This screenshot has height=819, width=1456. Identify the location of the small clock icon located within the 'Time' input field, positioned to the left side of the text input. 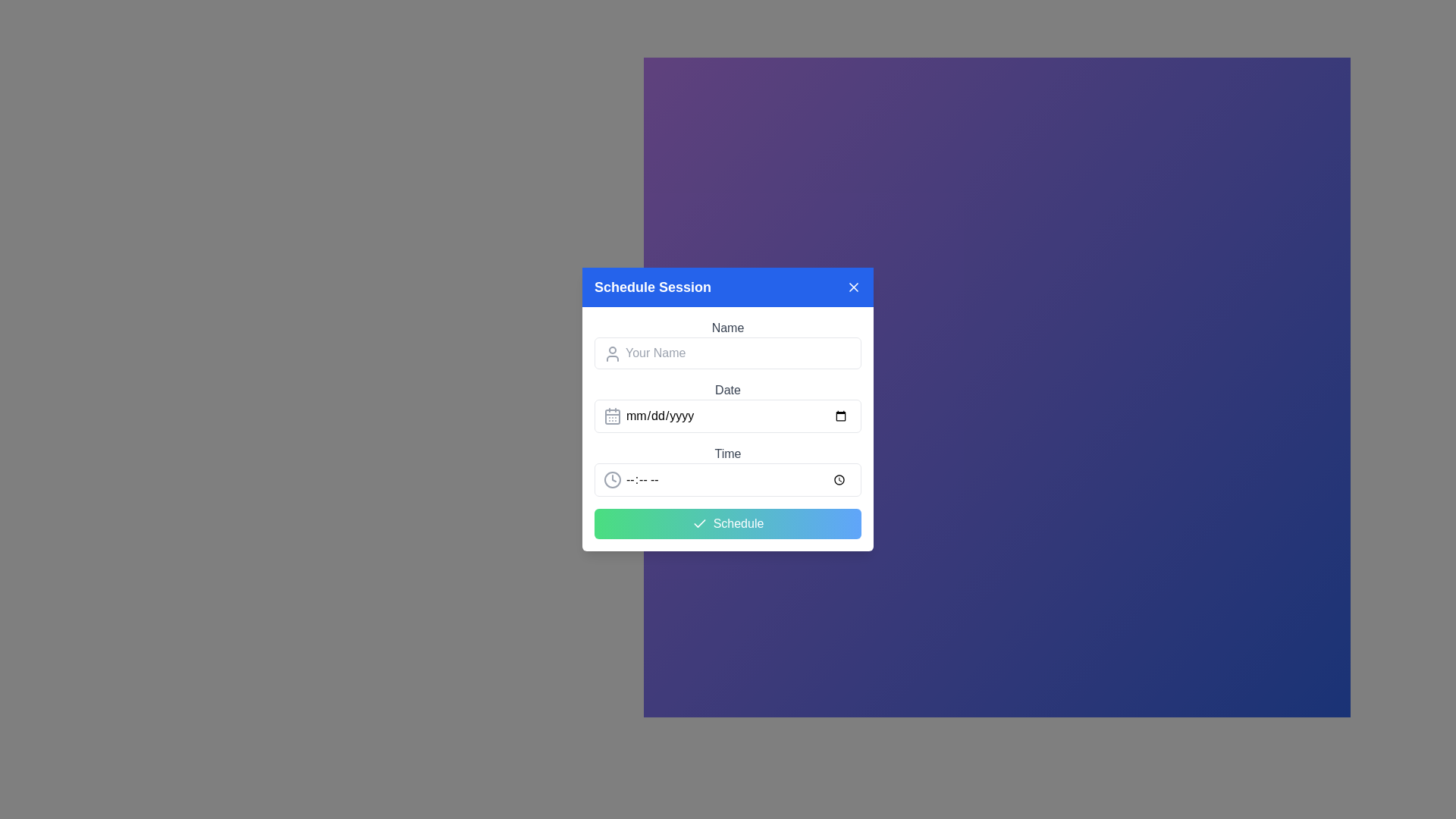
(612, 479).